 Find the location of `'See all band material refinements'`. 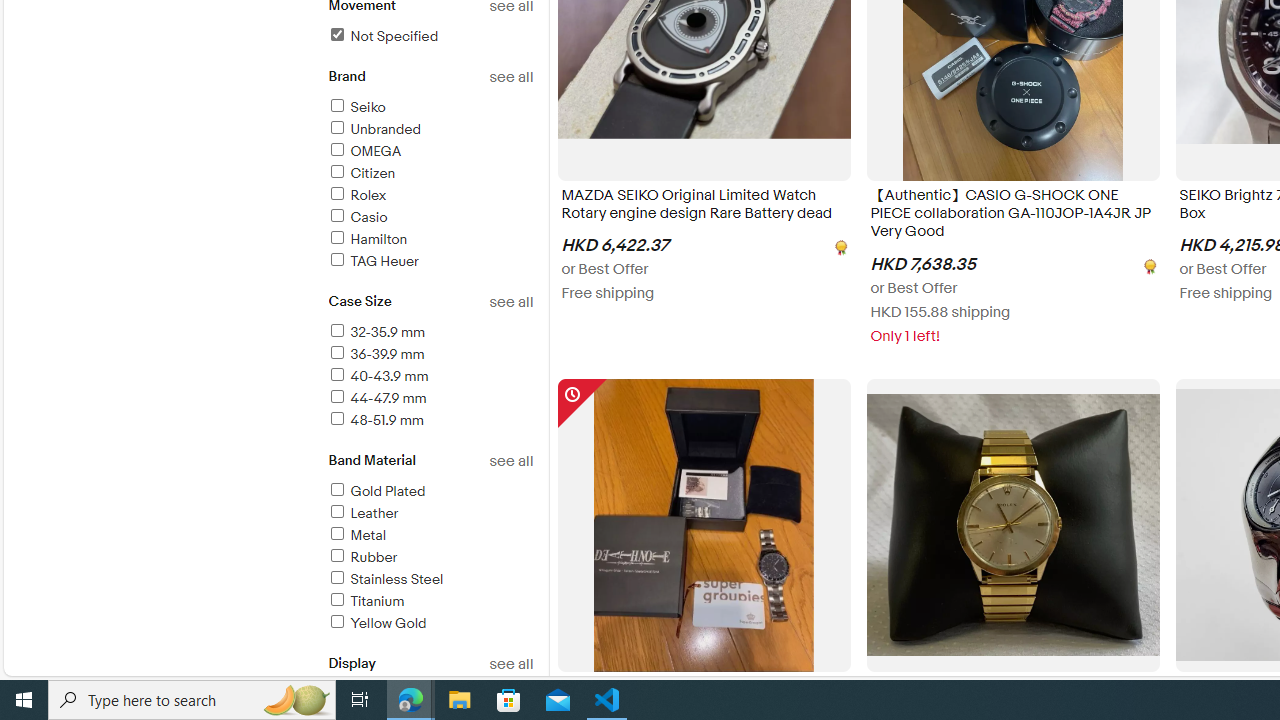

'See all band material refinements' is located at coordinates (511, 461).